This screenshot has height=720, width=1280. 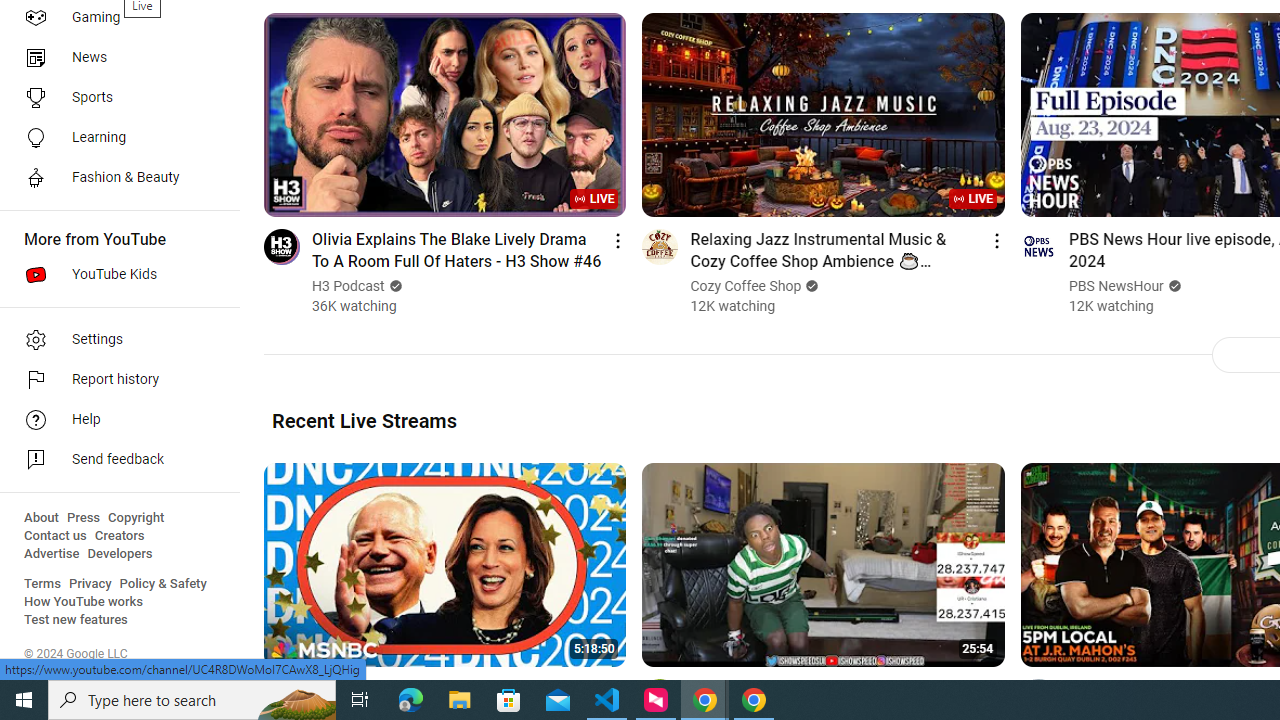 What do you see at coordinates (89, 584) in the screenshot?
I see `'Privacy'` at bounding box center [89, 584].